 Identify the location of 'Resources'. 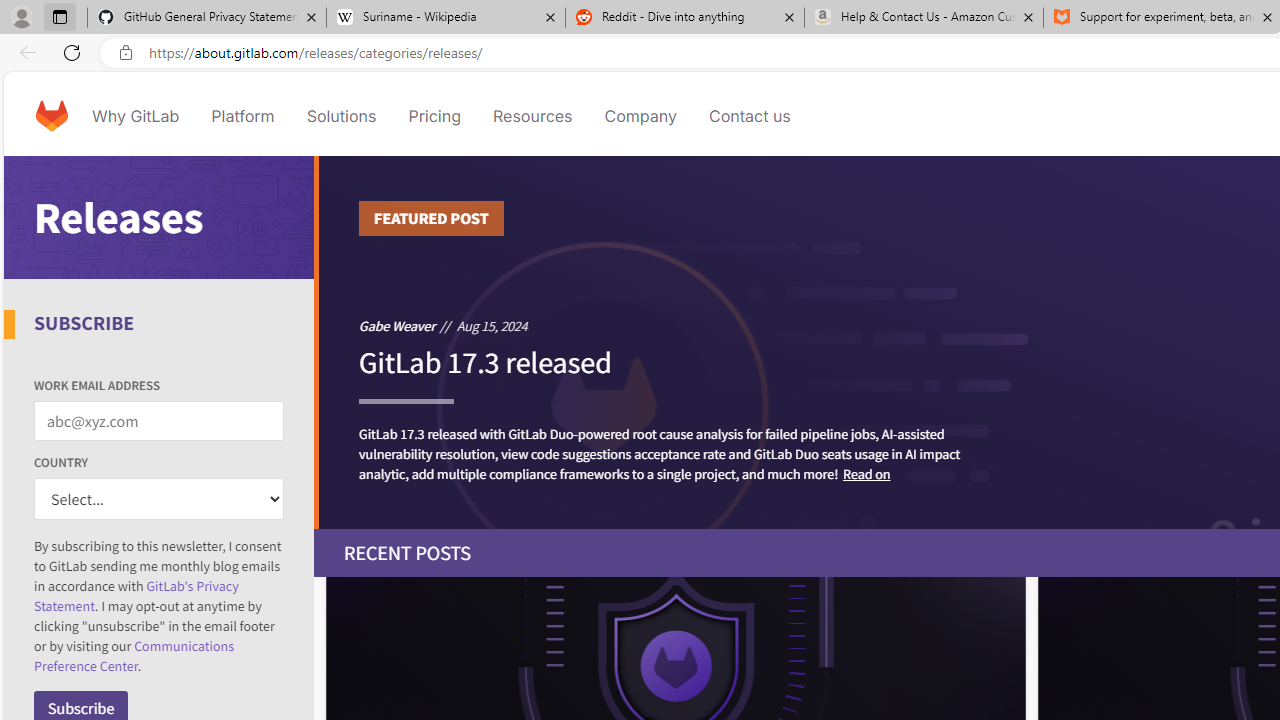
(532, 115).